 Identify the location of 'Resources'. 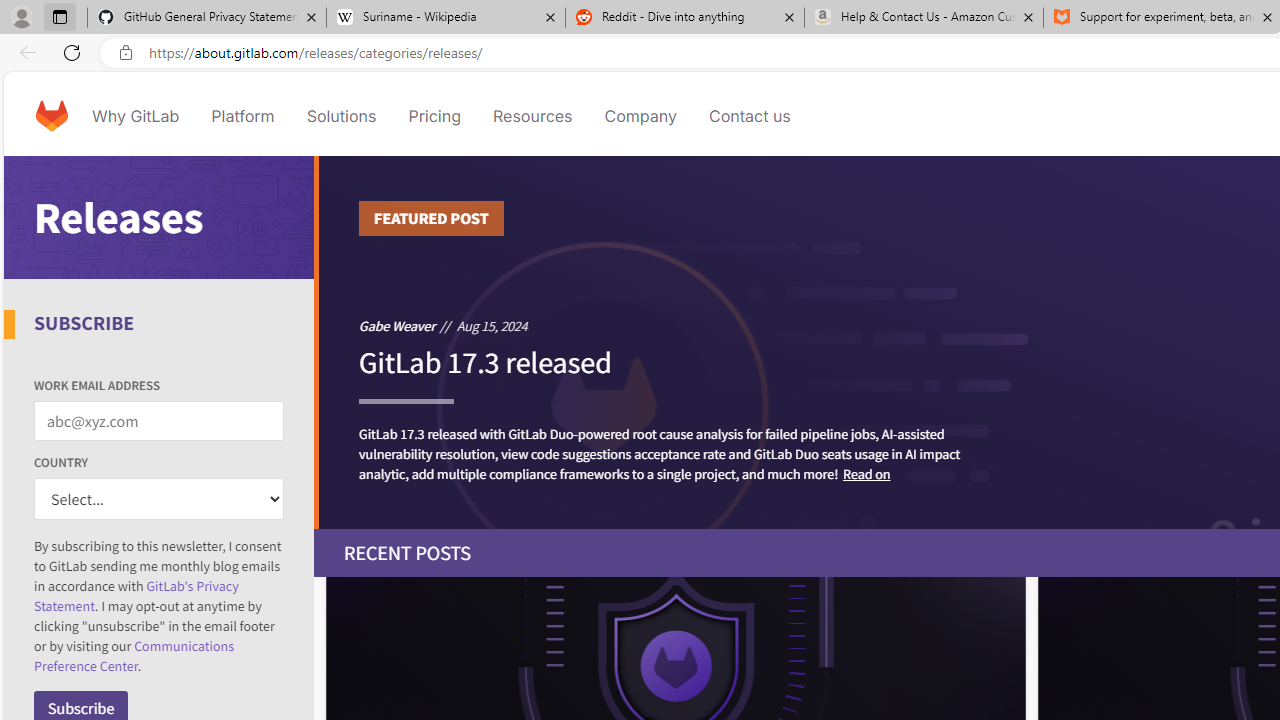
(532, 115).